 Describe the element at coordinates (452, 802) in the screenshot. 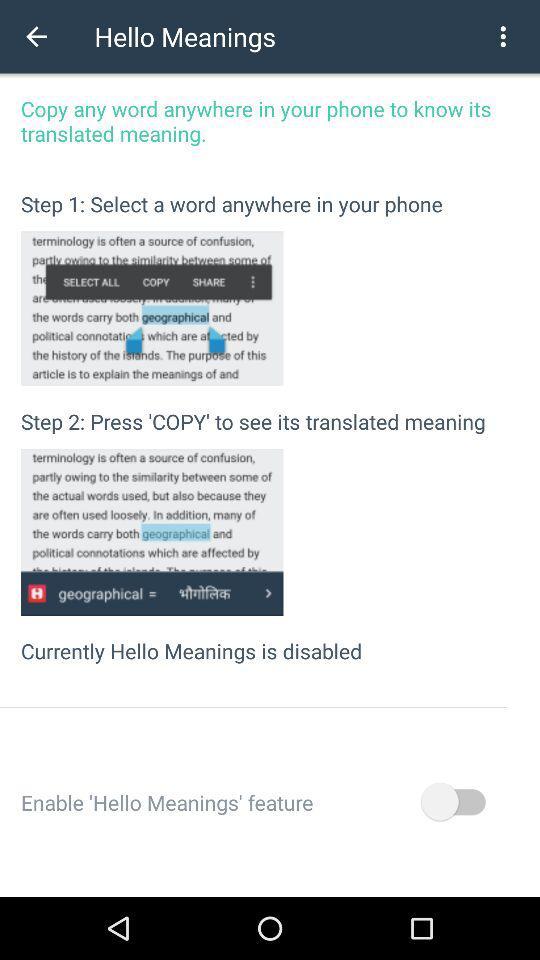

I see `switch to enable` at that location.